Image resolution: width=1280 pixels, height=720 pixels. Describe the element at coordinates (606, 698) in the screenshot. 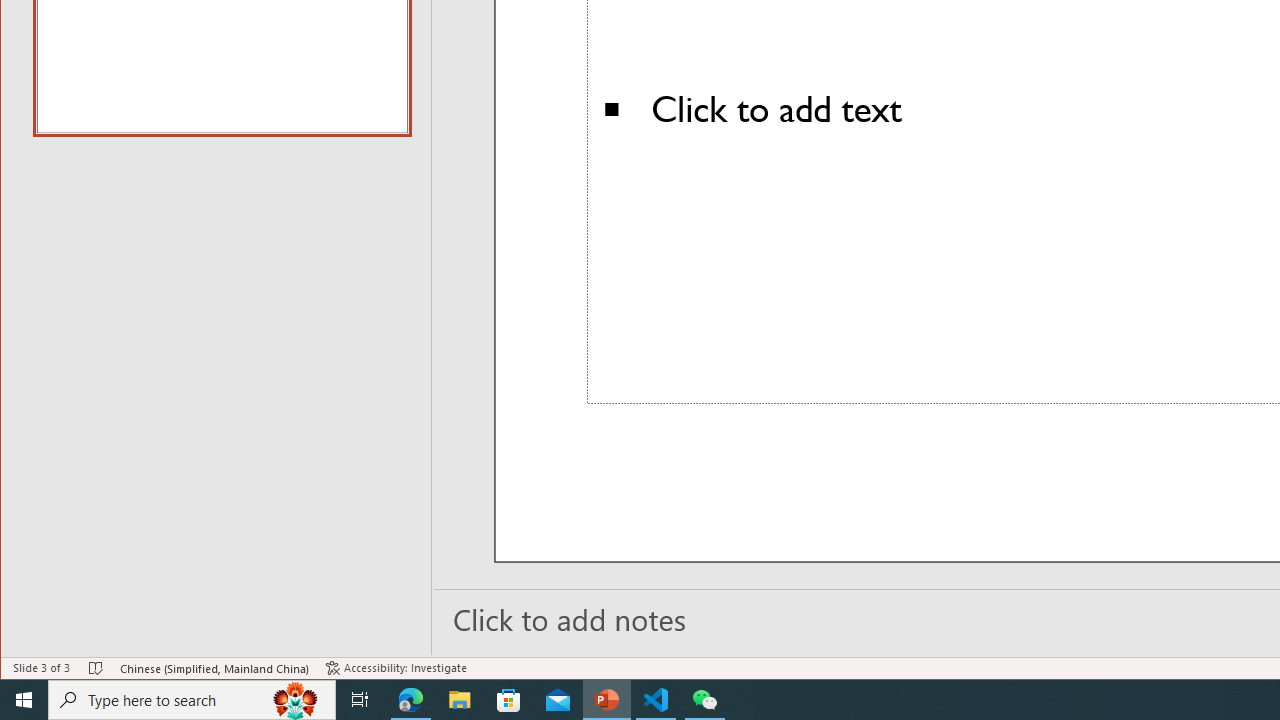

I see `'PowerPoint - 1 running window'` at that location.